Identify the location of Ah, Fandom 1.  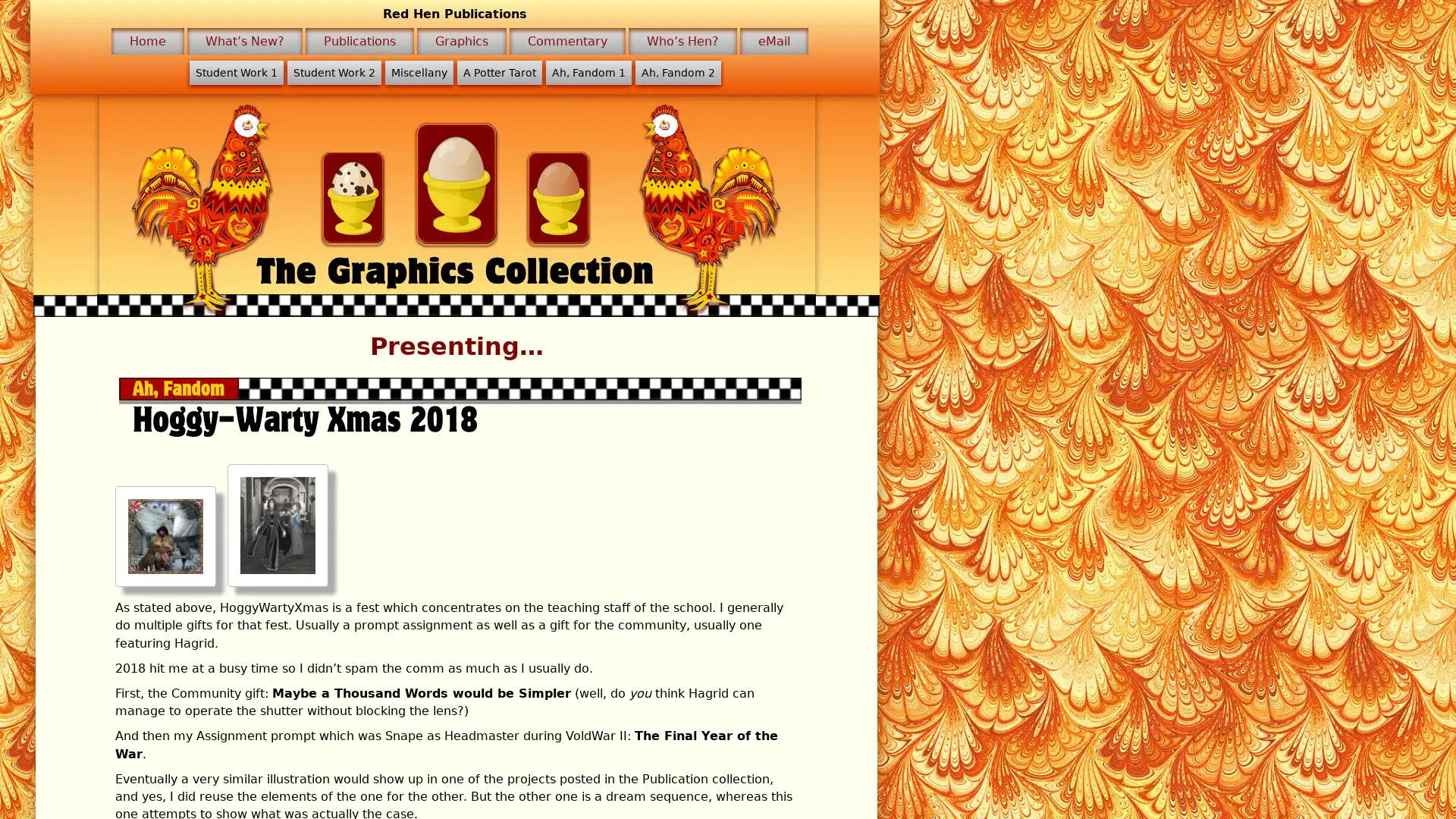
(587, 73).